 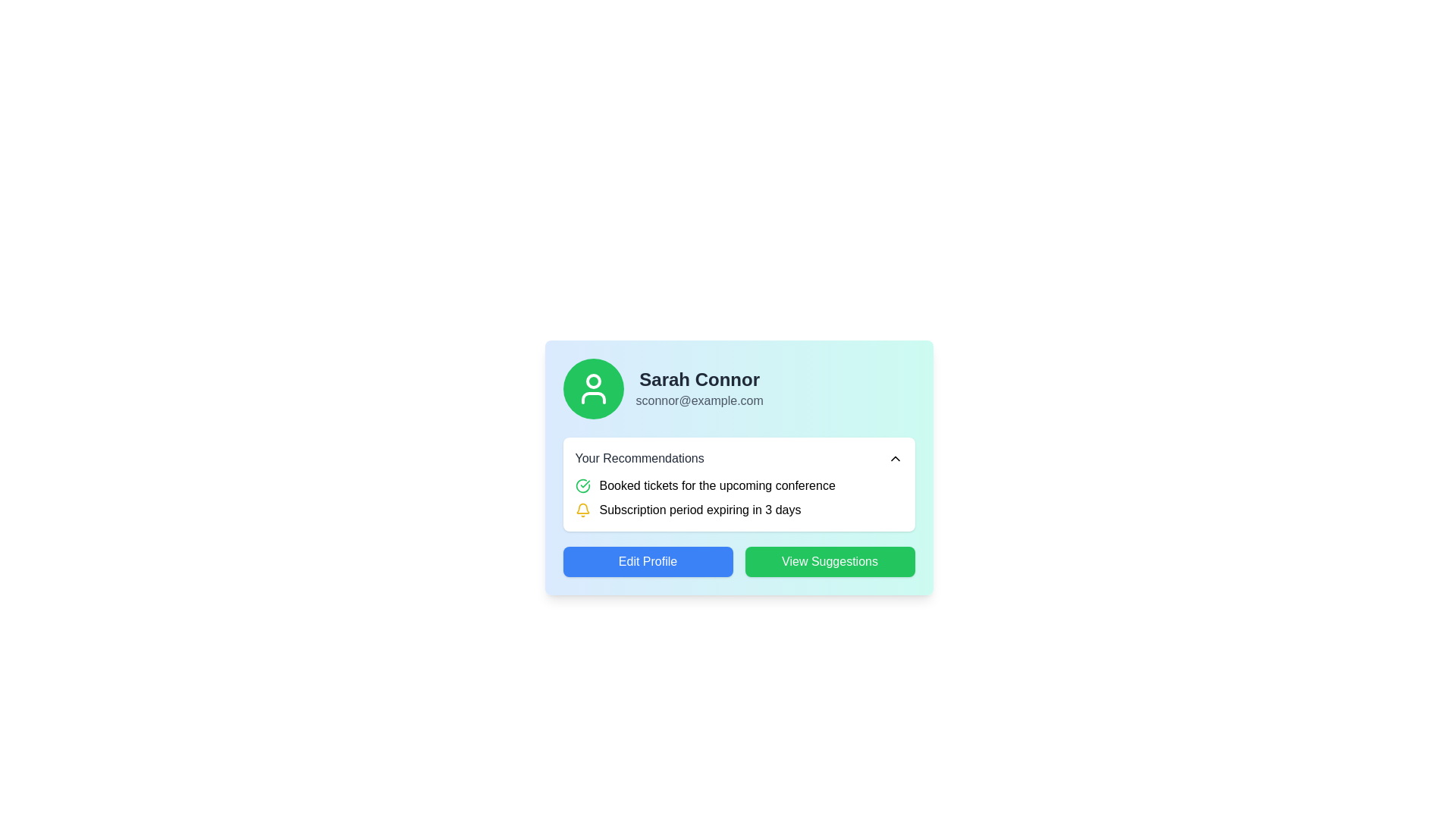 What do you see at coordinates (739, 510) in the screenshot?
I see `notification content about the impending expiration of the subscription period, which is the second item under 'Your Recommendations' in the user recommendations card` at bounding box center [739, 510].